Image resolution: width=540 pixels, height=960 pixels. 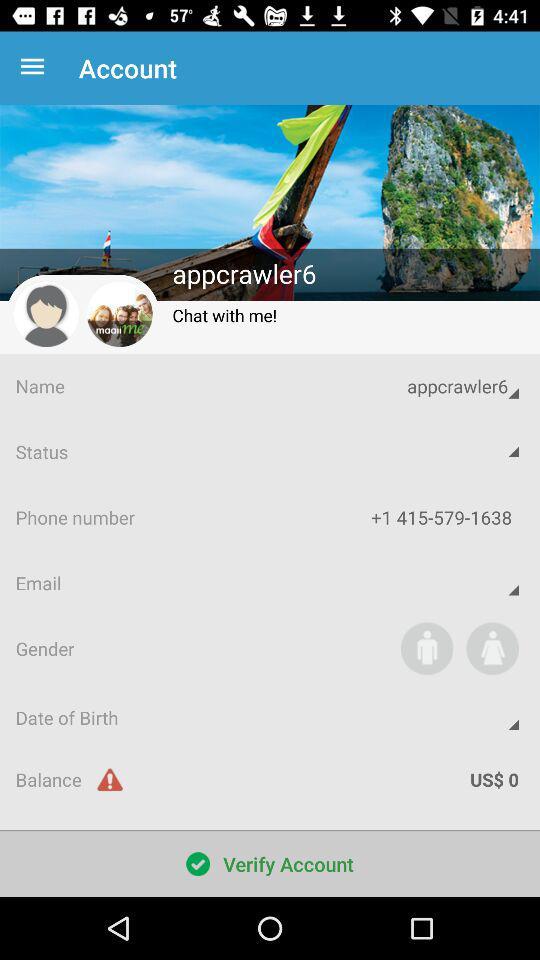 I want to click on app above the date of birth app, so click(x=491, y=647).